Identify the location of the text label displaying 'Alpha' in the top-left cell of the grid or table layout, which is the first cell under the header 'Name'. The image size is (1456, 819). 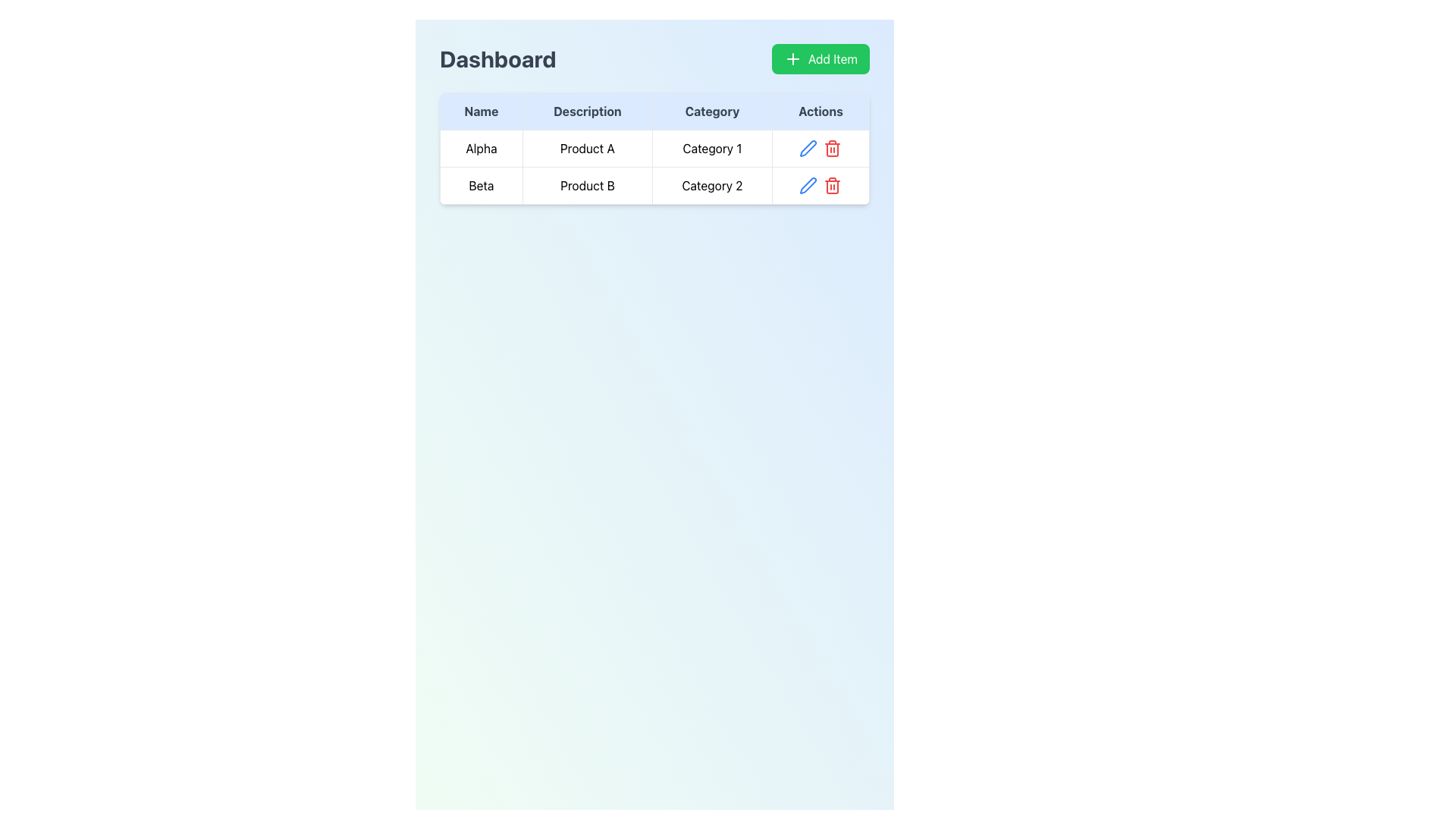
(480, 149).